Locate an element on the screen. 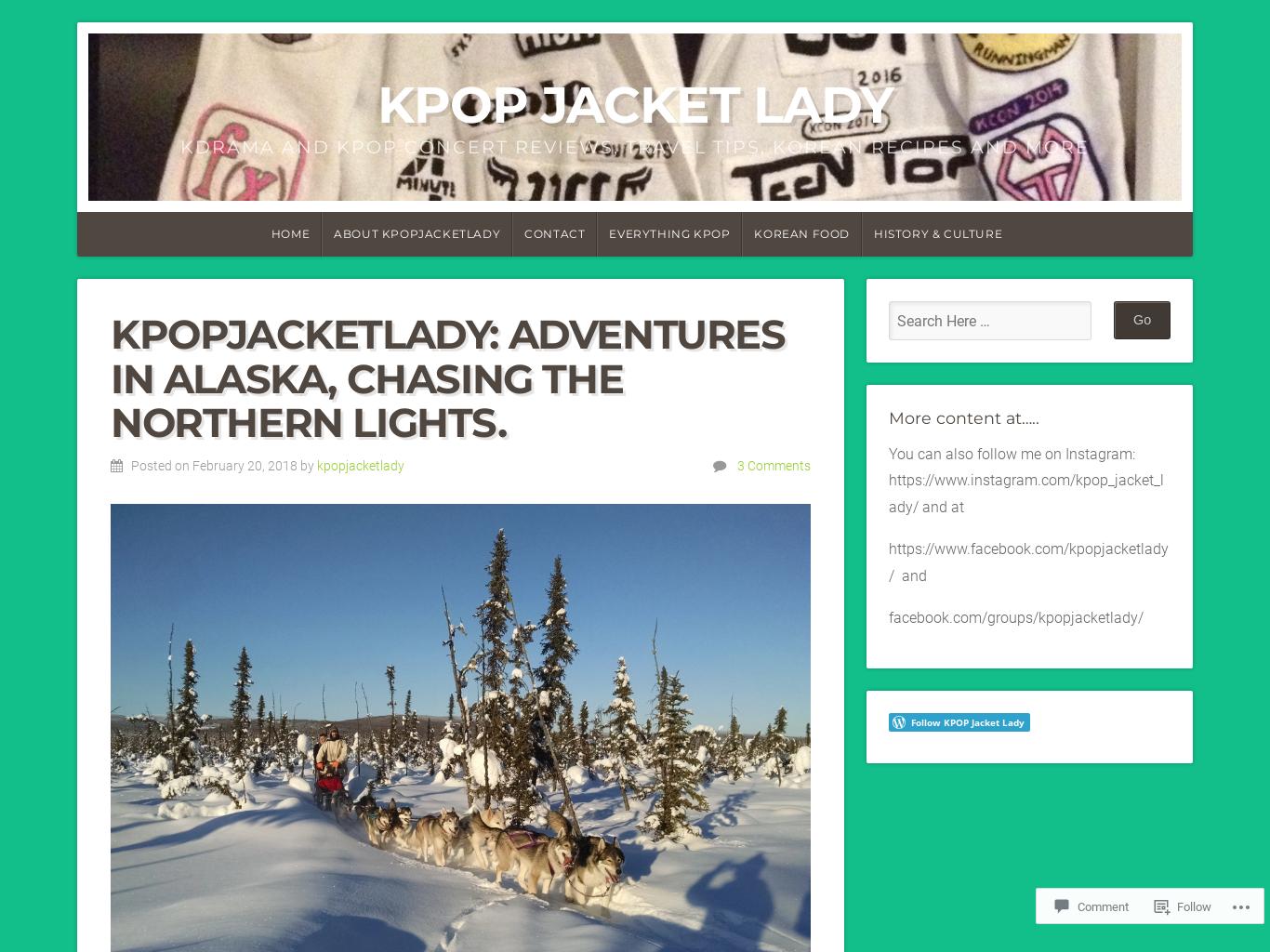  'facebook.com/groups/kpopjacketlady/' is located at coordinates (889, 615).